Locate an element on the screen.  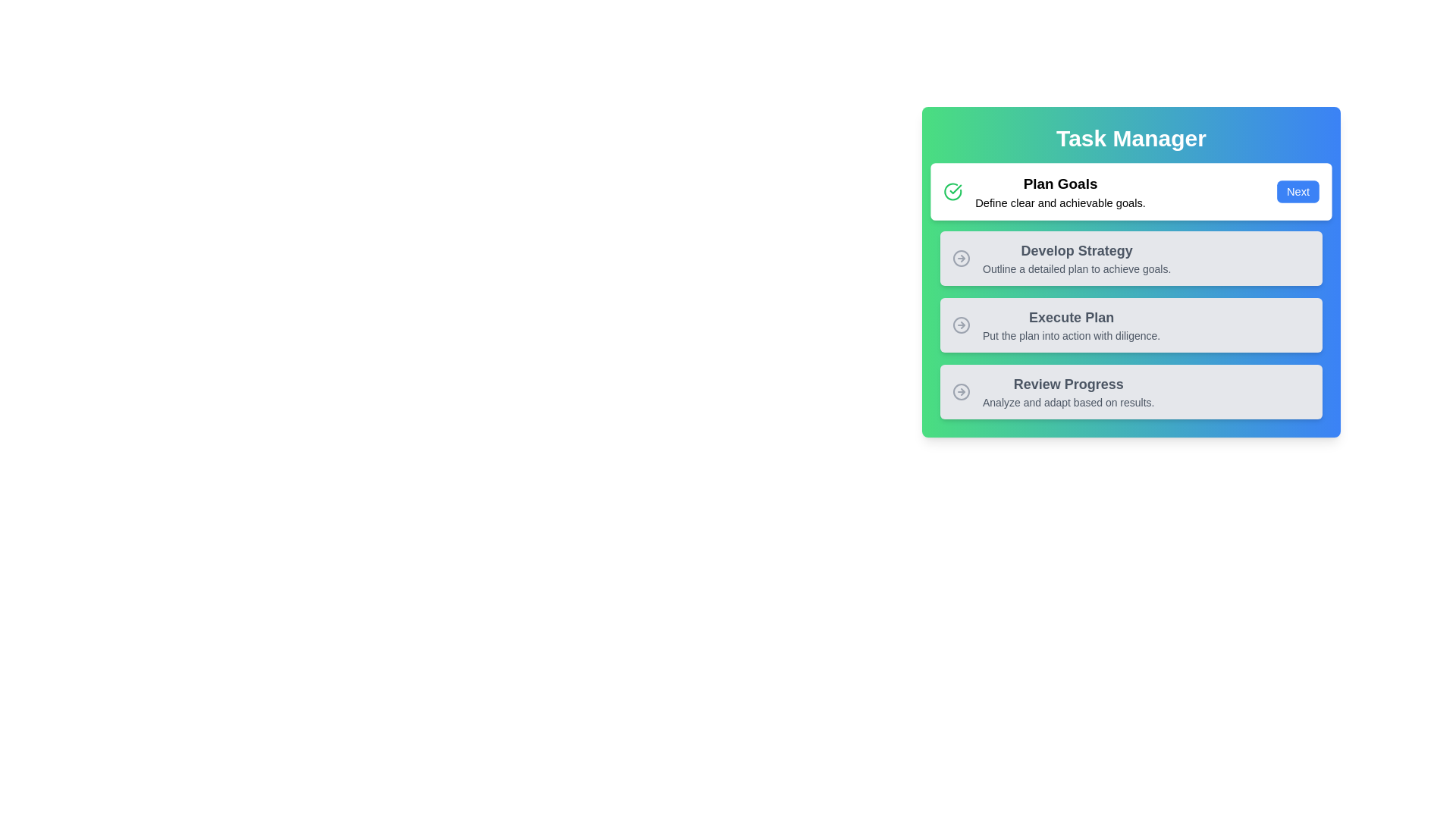
the decorative circle element of the minimalist arrow icon located to the left of the 'Execute Plan' item in the task manager panel is located at coordinates (960, 324).